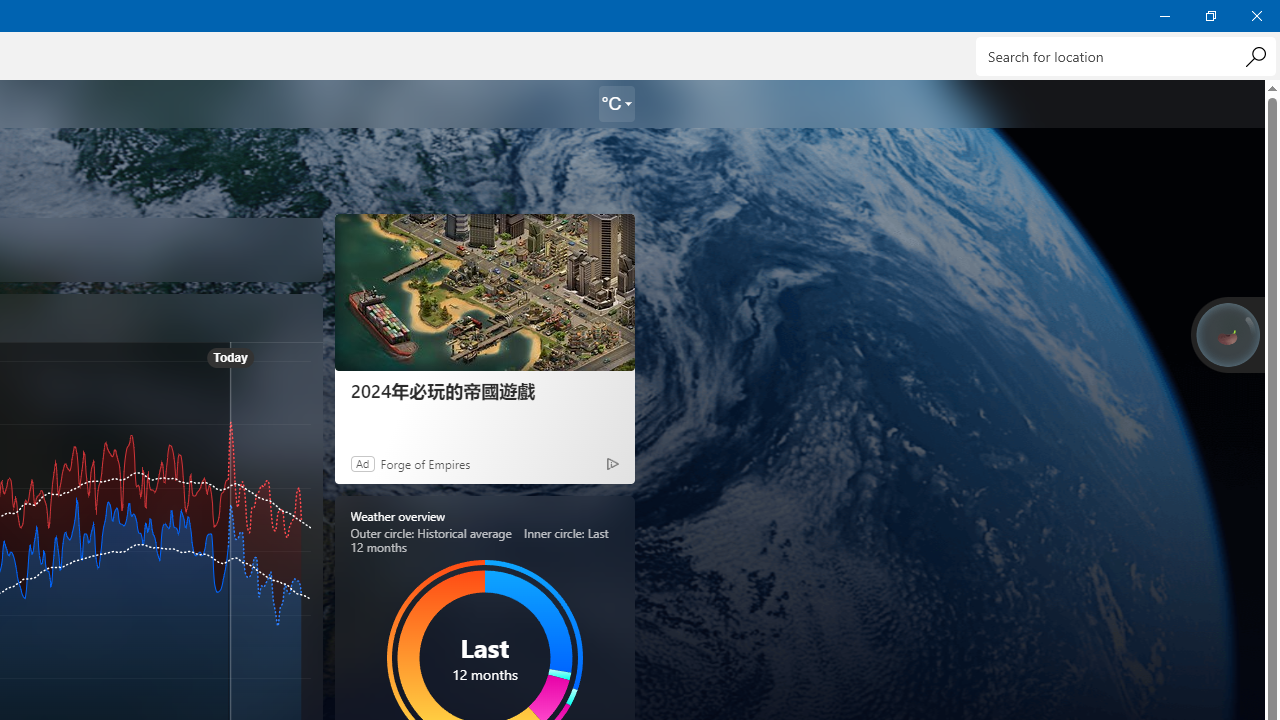 The width and height of the screenshot is (1280, 720). I want to click on 'Search for location', so click(1125, 55).